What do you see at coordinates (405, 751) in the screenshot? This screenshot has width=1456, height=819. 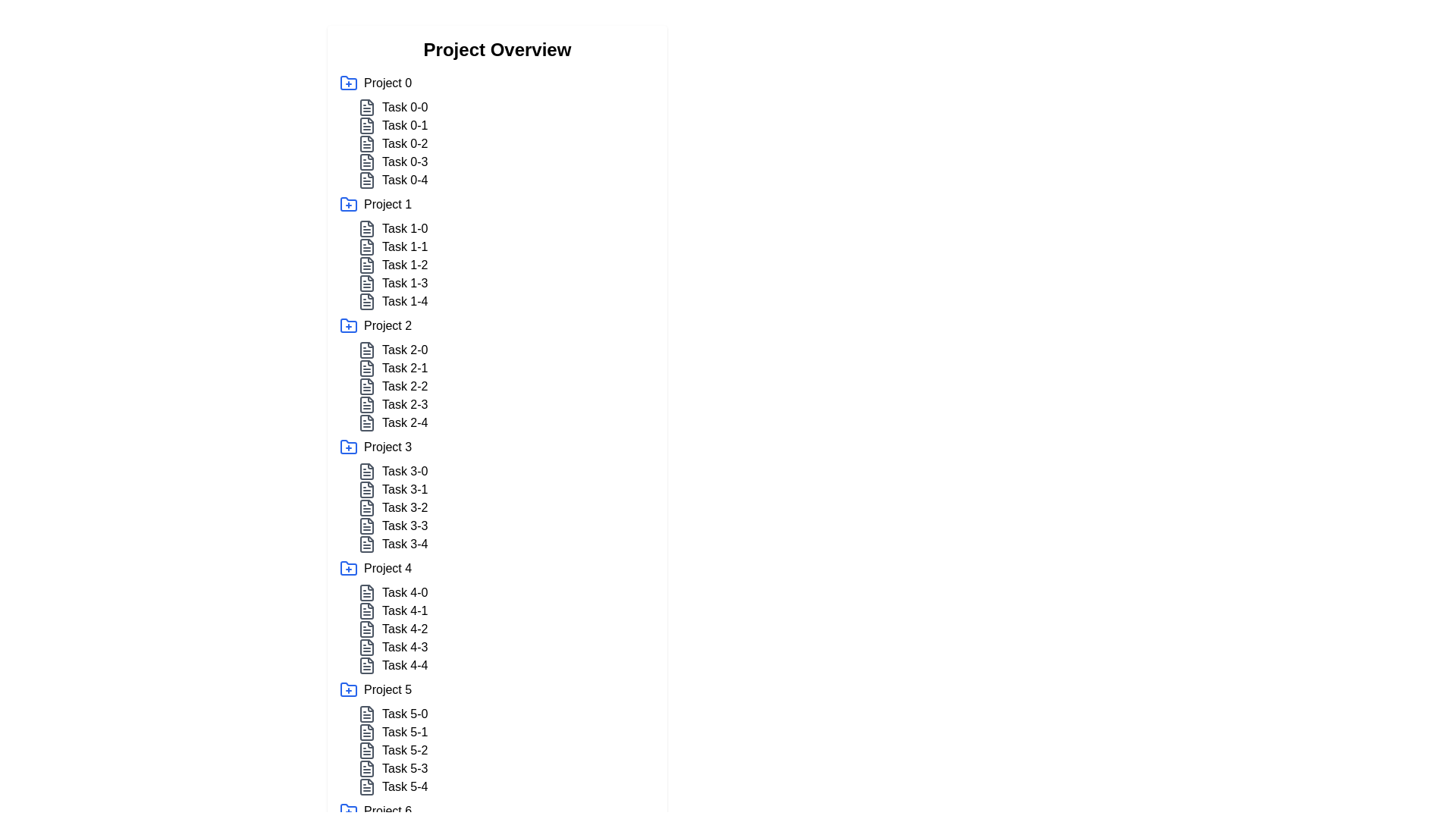 I see `the non-interactive text label for 'Task 5-2' in the detailed task list under 'Project 5'` at bounding box center [405, 751].